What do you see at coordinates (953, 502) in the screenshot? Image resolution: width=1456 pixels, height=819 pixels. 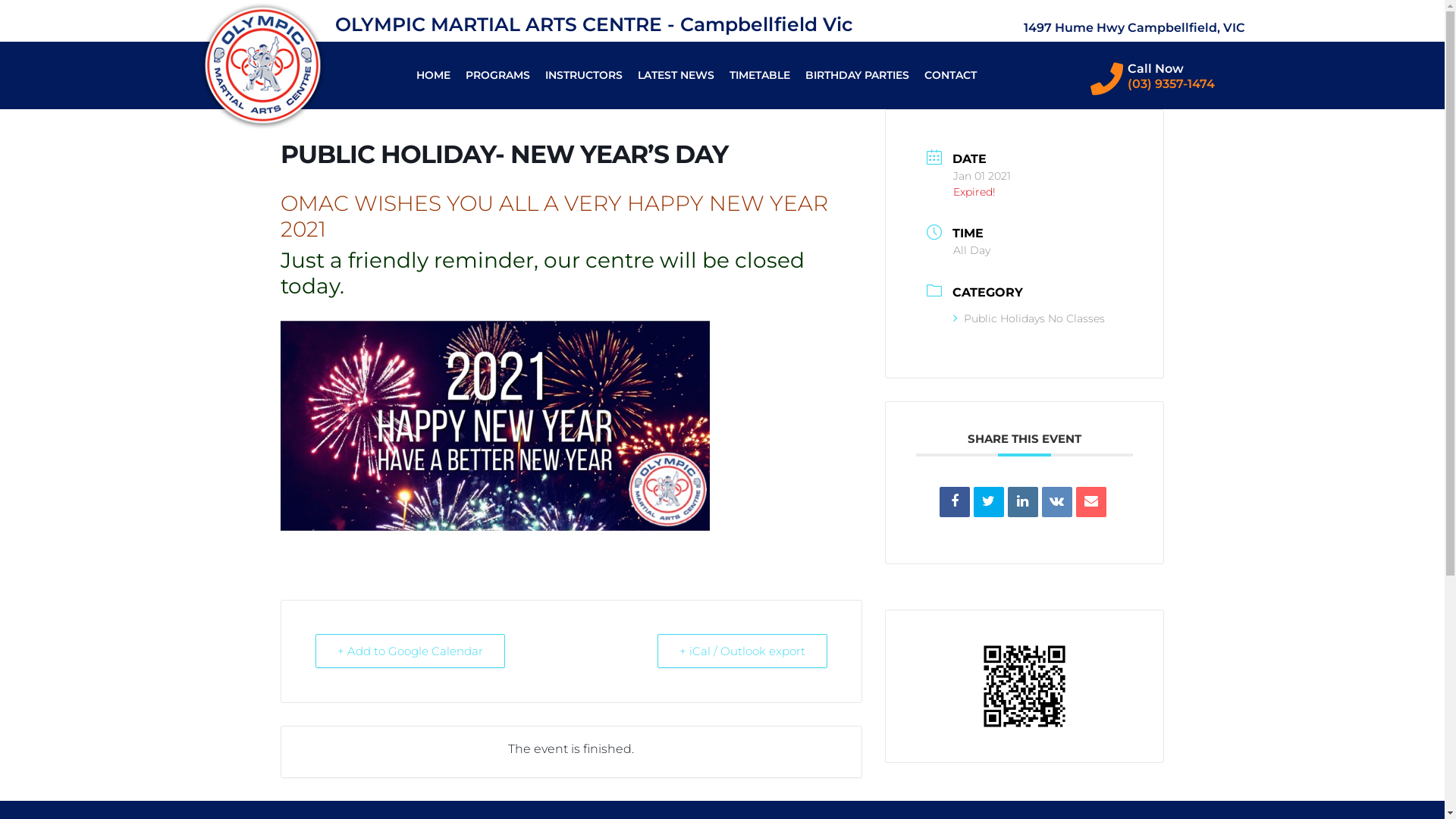 I see `'Share on Facebook'` at bounding box center [953, 502].